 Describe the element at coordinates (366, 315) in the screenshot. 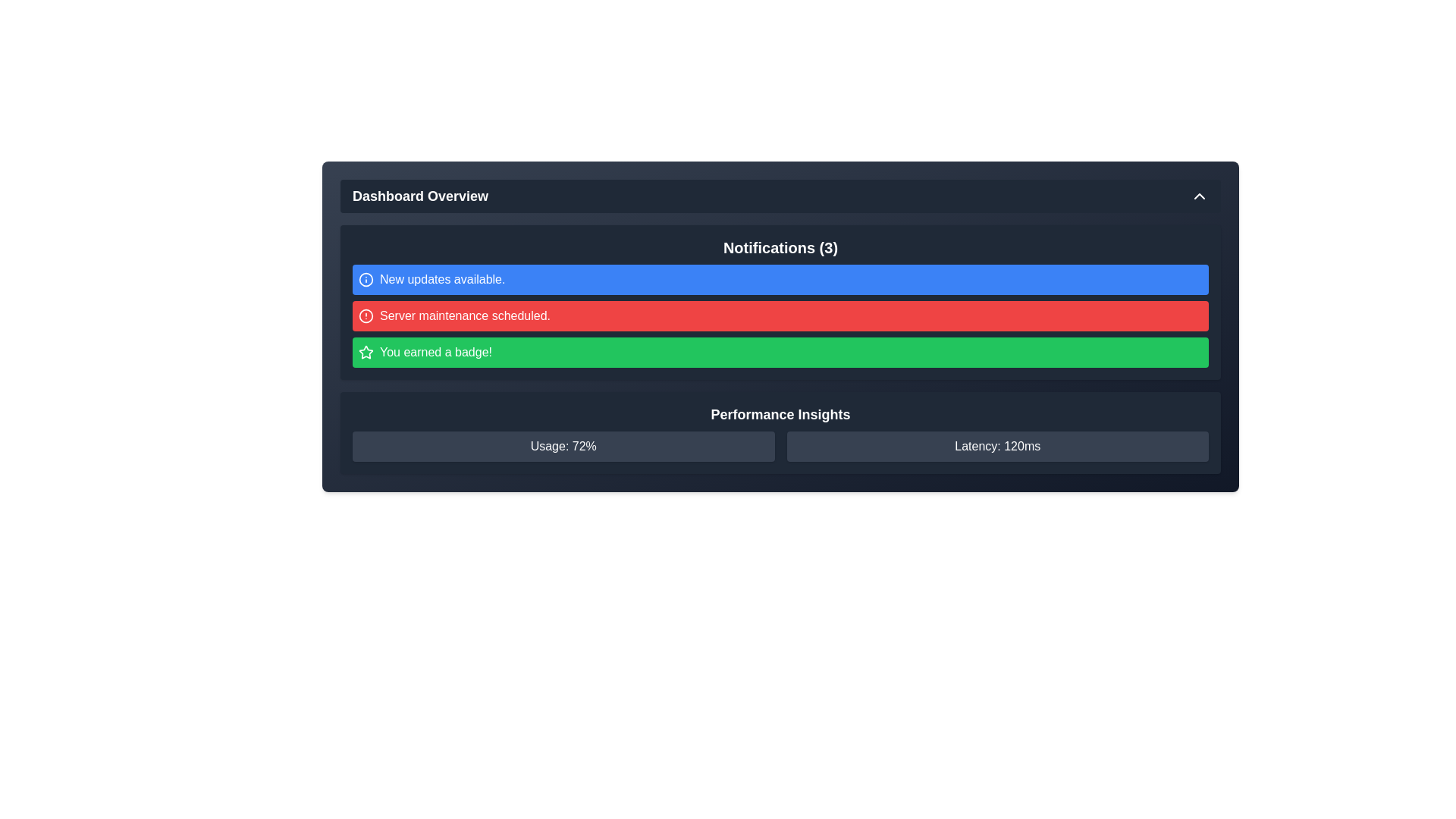

I see `the circular outline icon located to the left of the notification 'Server maintenance scheduled.' within the notification panel` at that location.